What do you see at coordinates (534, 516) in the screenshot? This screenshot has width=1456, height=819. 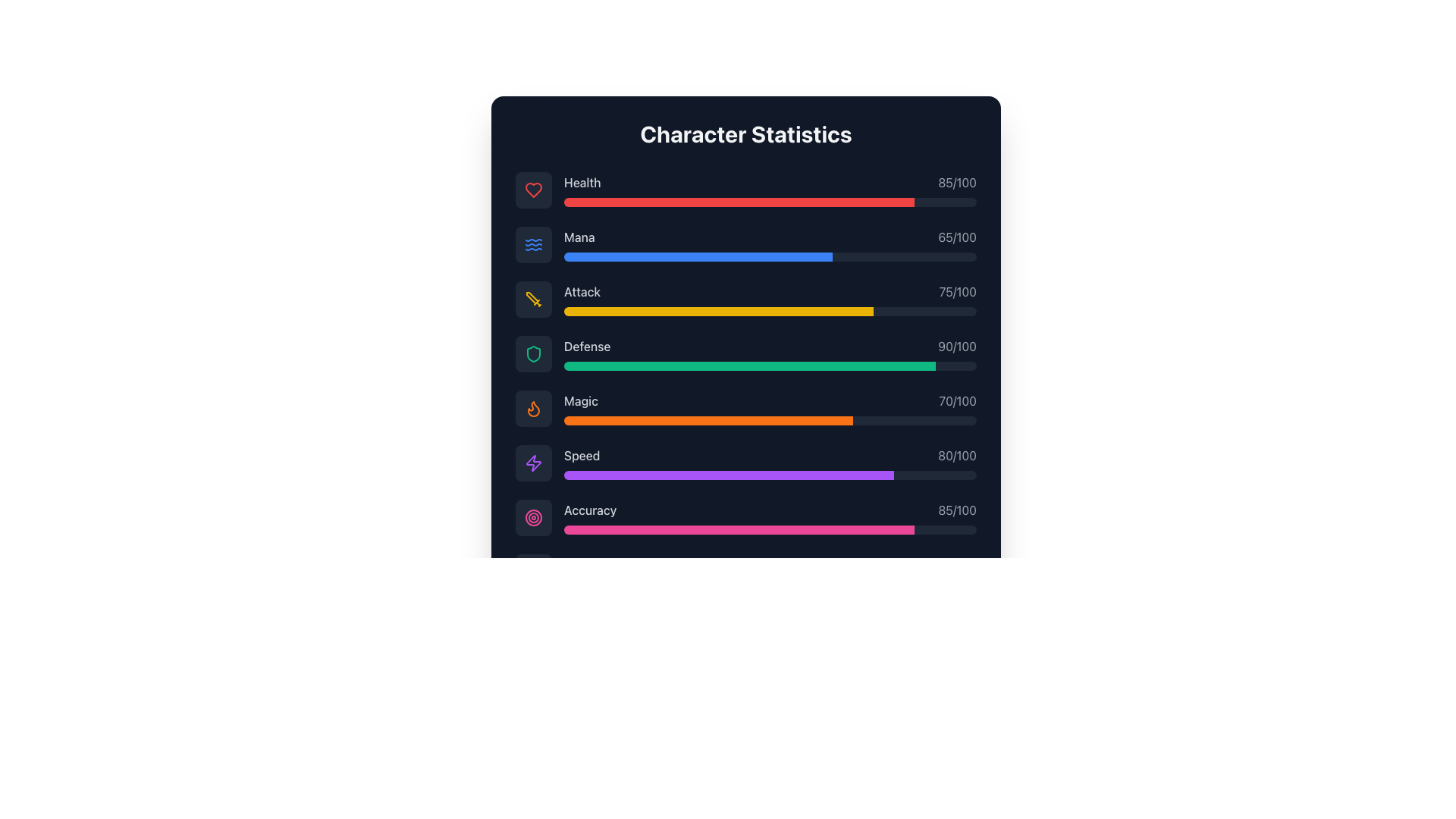 I see `the circular icon with concentric bright pink circles, located on the left side of the 'Accuracy' row within the statistics panel` at bounding box center [534, 516].